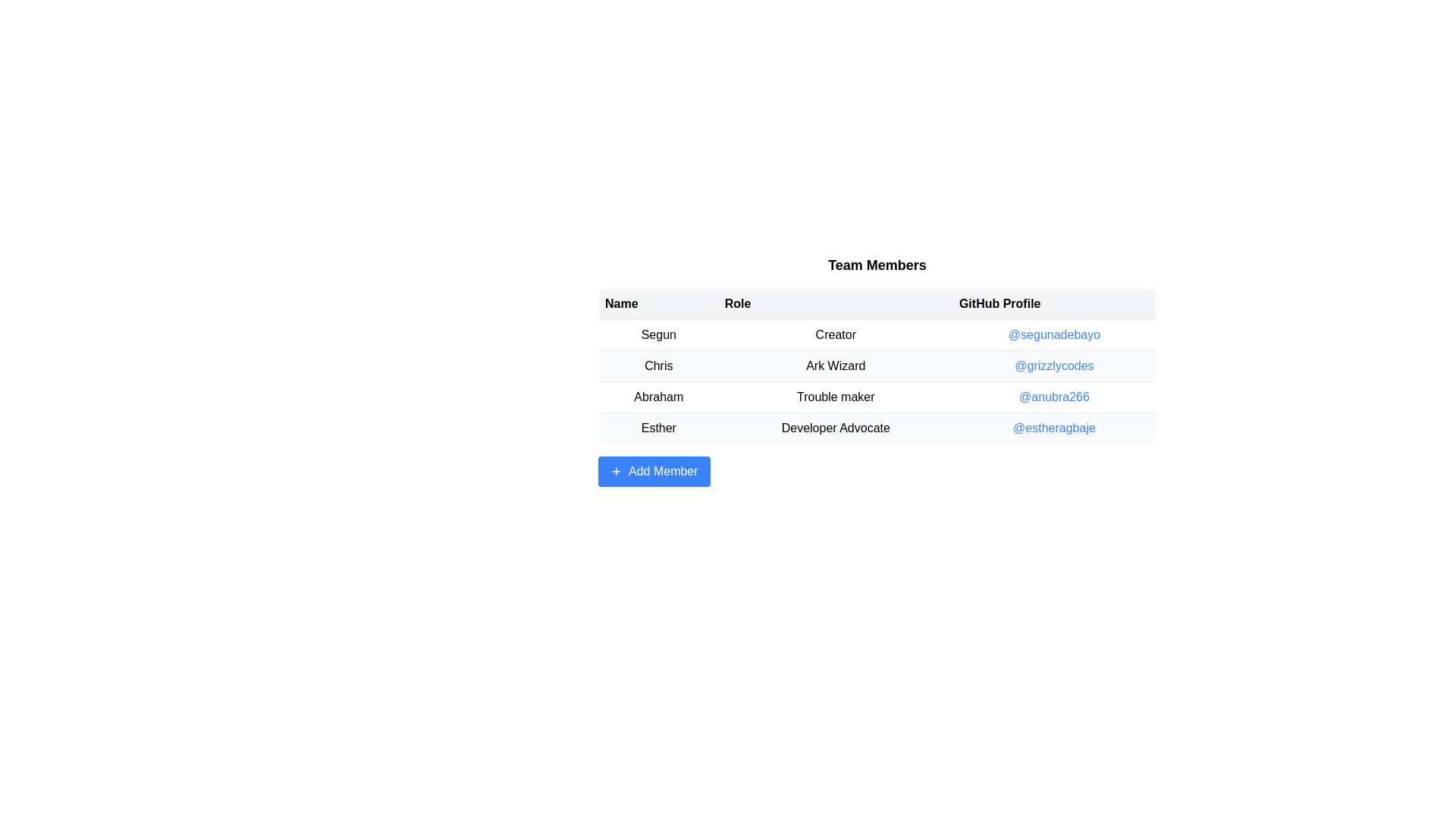 This screenshot has height=819, width=1456. Describe the element at coordinates (1053, 334) in the screenshot. I see `the hyperlink for the user '@segunadebayo' located in the third row of the 'GitHub Profile' column` at that location.